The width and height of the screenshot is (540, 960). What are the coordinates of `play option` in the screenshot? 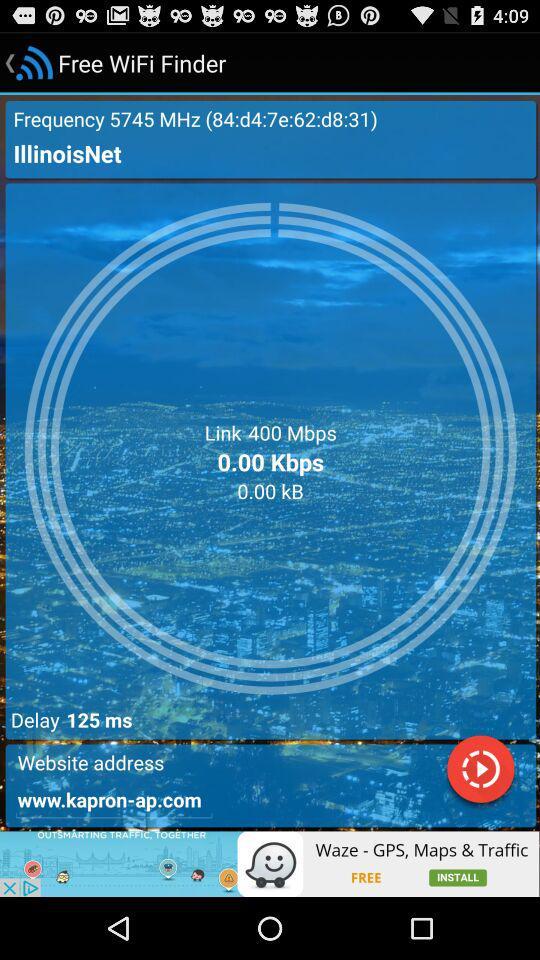 It's located at (479, 771).